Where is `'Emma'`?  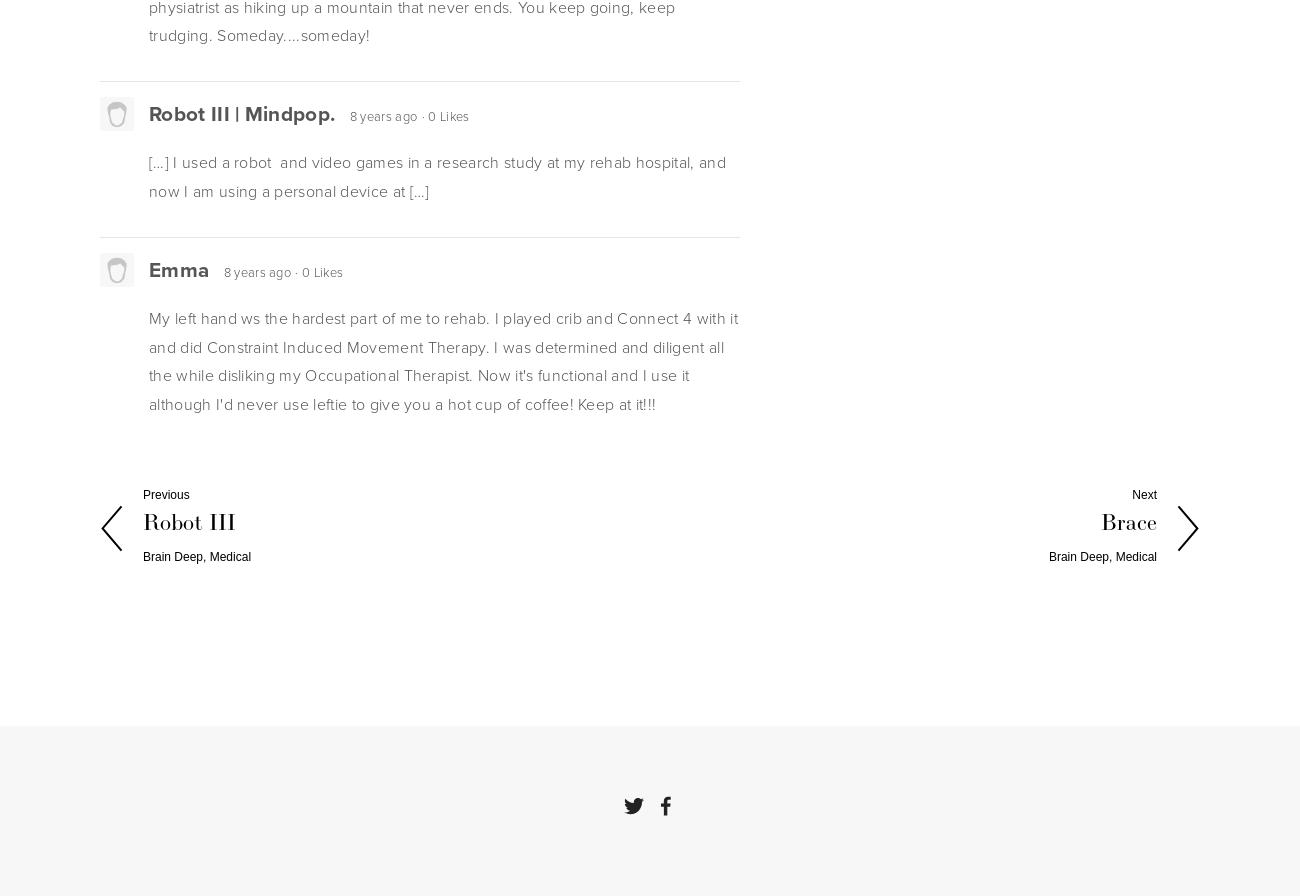
'Emma' is located at coordinates (179, 268).